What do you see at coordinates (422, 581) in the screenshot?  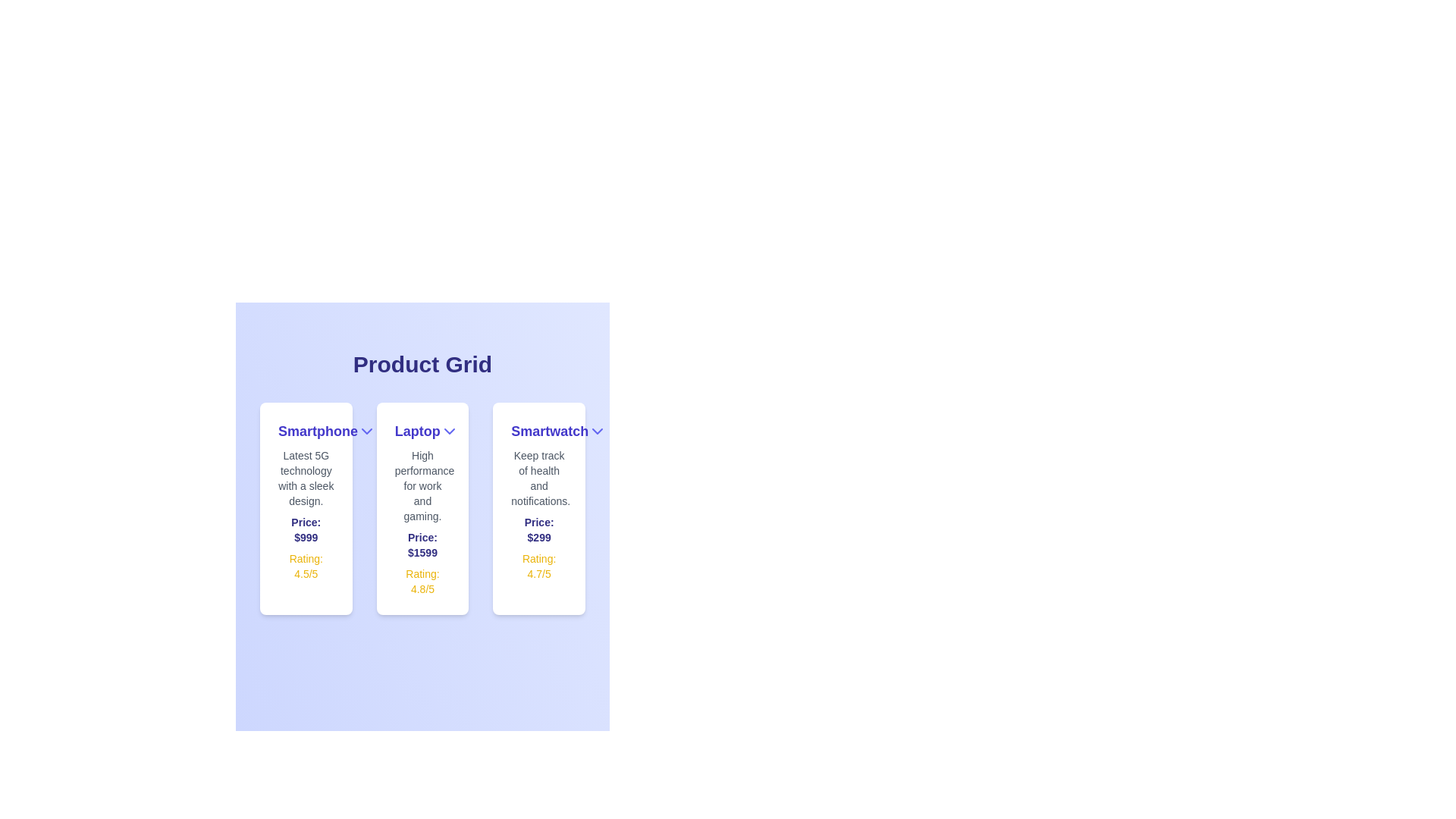 I see `text element displaying 'Rating: 4.8/5' located in the bottom section of the 'Laptop' card in the product grid interface` at bounding box center [422, 581].